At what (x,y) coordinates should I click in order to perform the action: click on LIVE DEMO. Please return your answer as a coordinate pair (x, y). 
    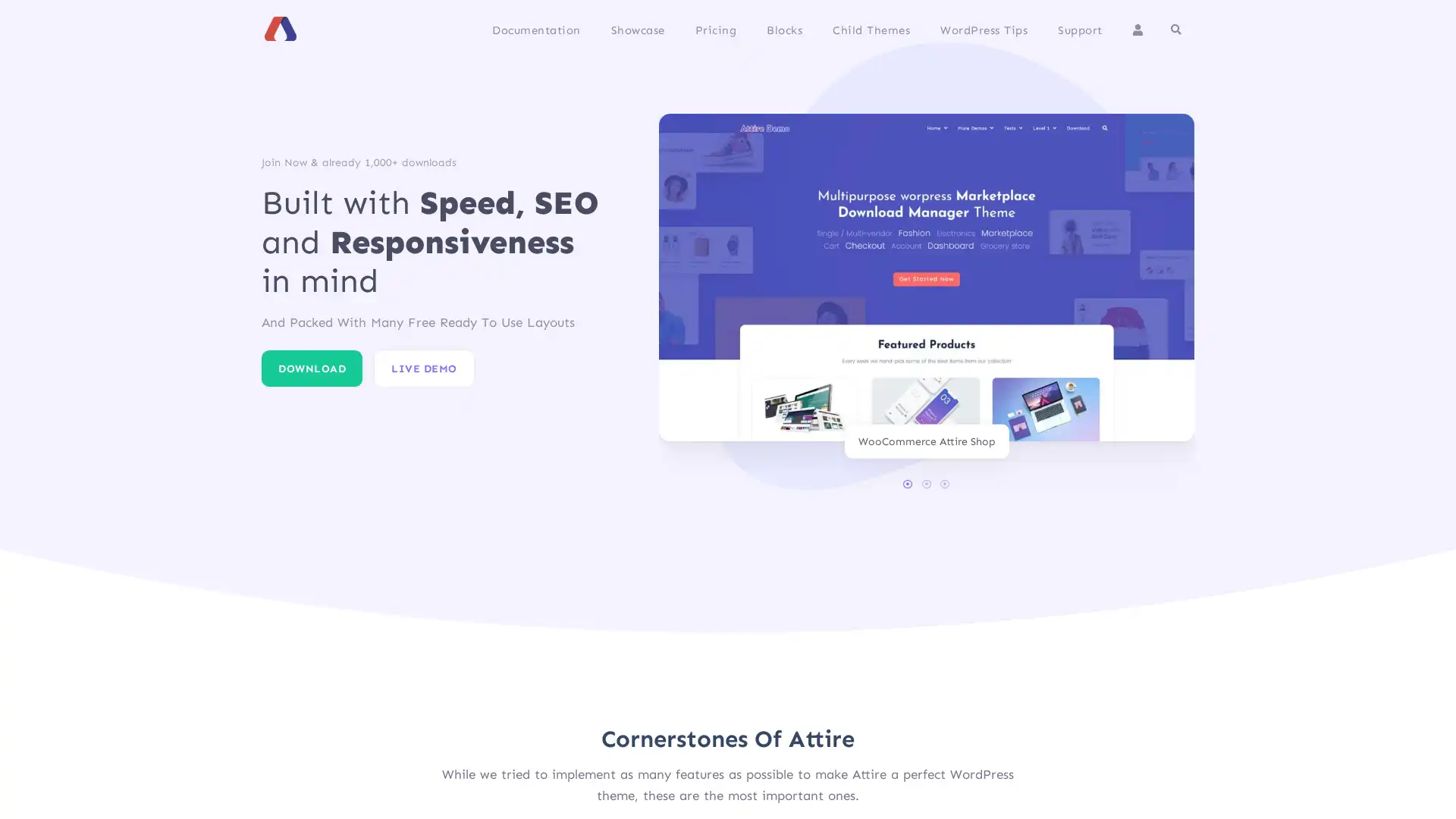
    Looking at the image, I should click on (423, 369).